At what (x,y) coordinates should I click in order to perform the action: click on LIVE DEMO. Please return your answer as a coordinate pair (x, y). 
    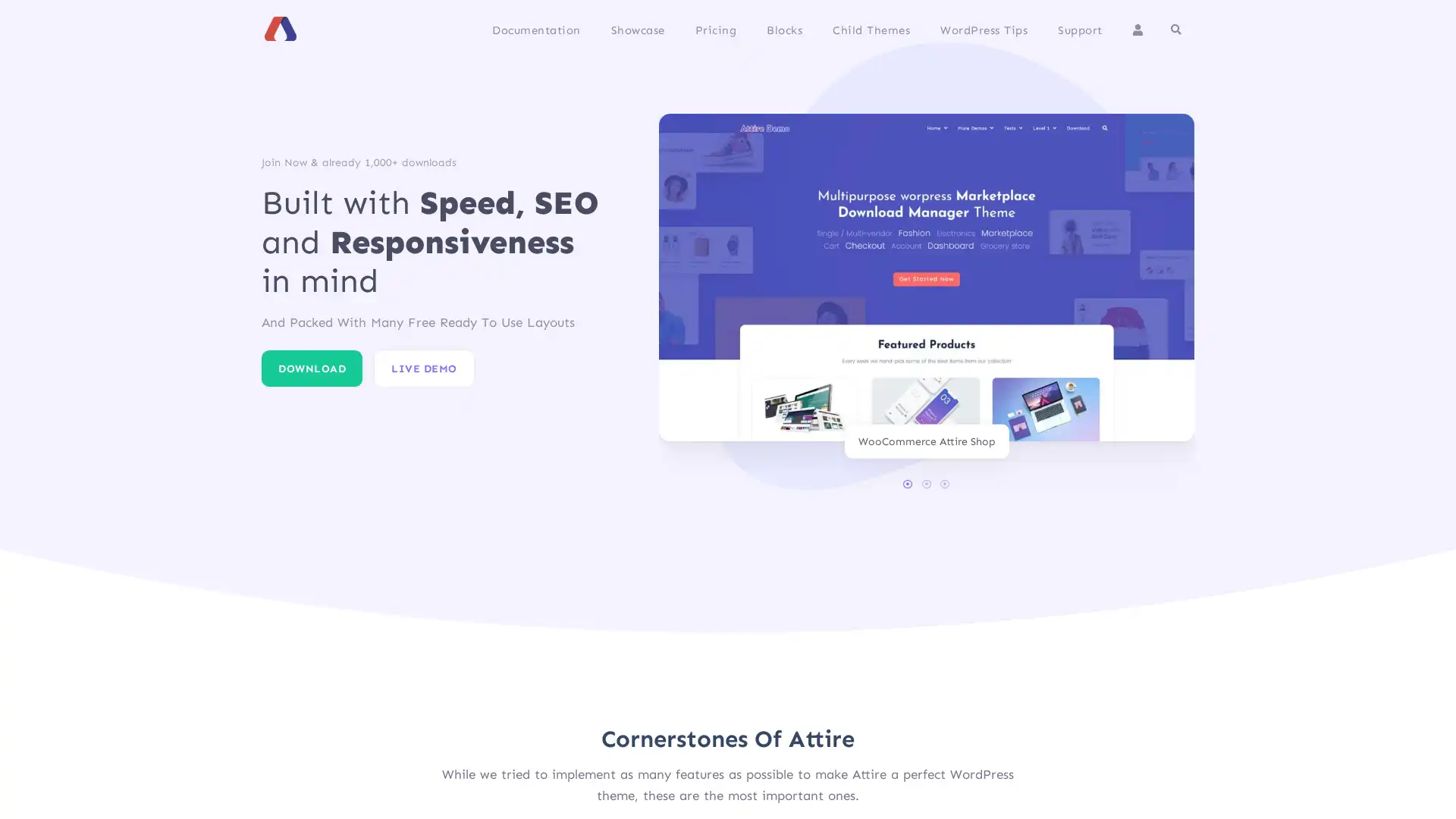
    Looking at the image, I should click on (423, 369).